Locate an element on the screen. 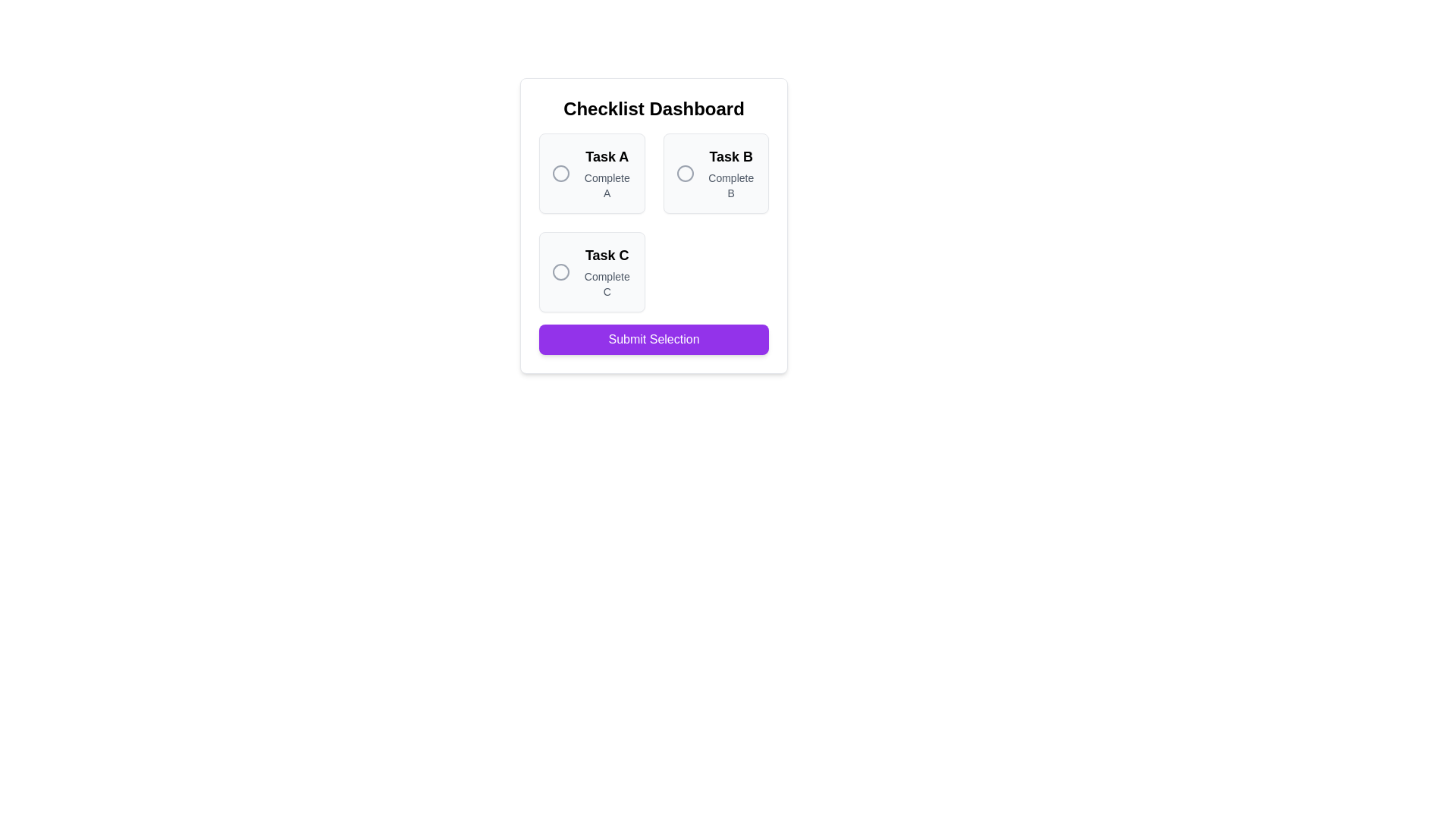 The height and width of the screenshot is (819, 1456). the 'Submit Selection' button, which is a rectangular purple button with white text located at the bottom of the 'Checklist Dashboard' card is located at coordinates (654, 338).